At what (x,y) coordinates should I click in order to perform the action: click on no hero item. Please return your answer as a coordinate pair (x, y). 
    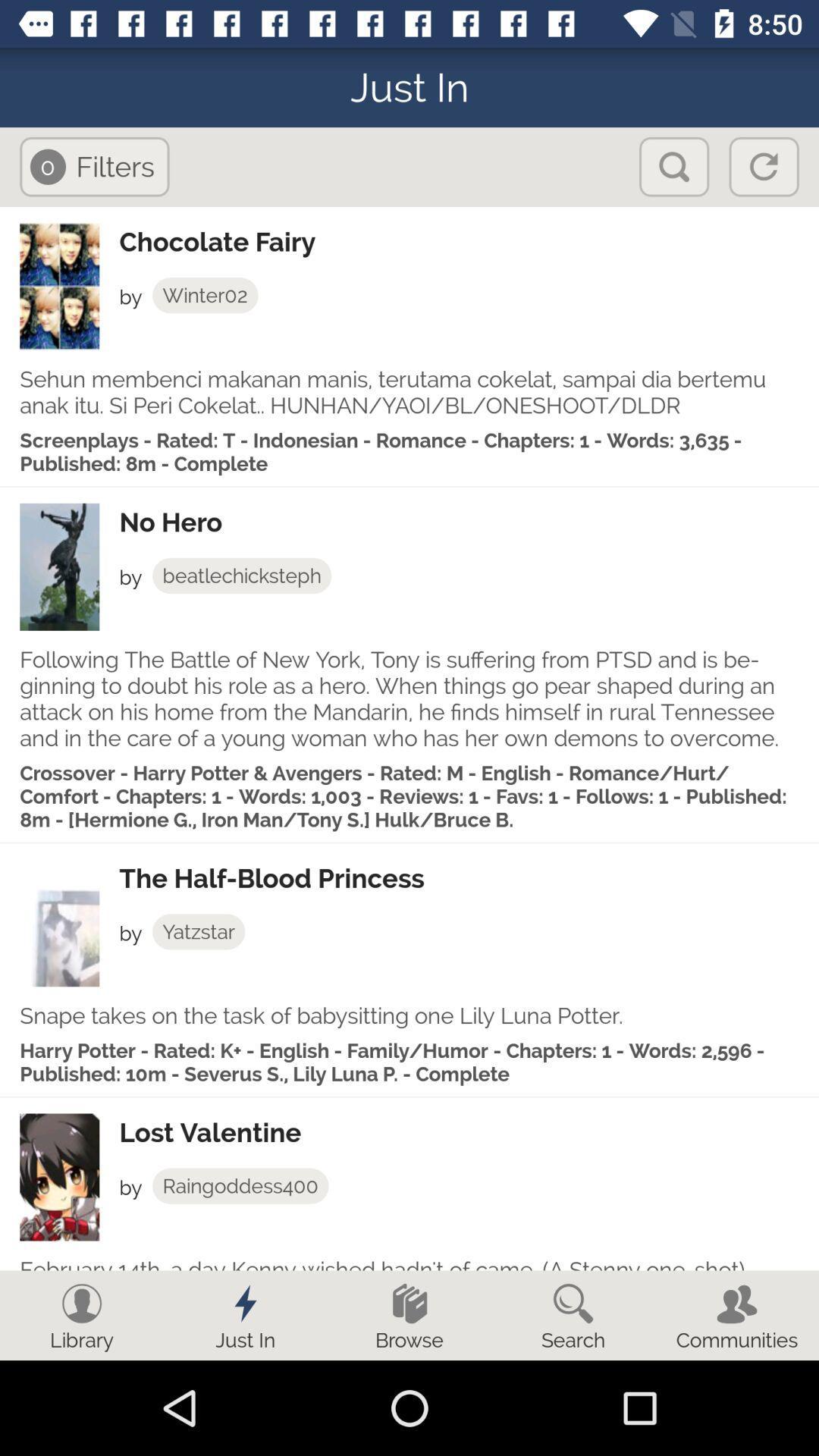
    Looking at the image, I should click on (468, 522).